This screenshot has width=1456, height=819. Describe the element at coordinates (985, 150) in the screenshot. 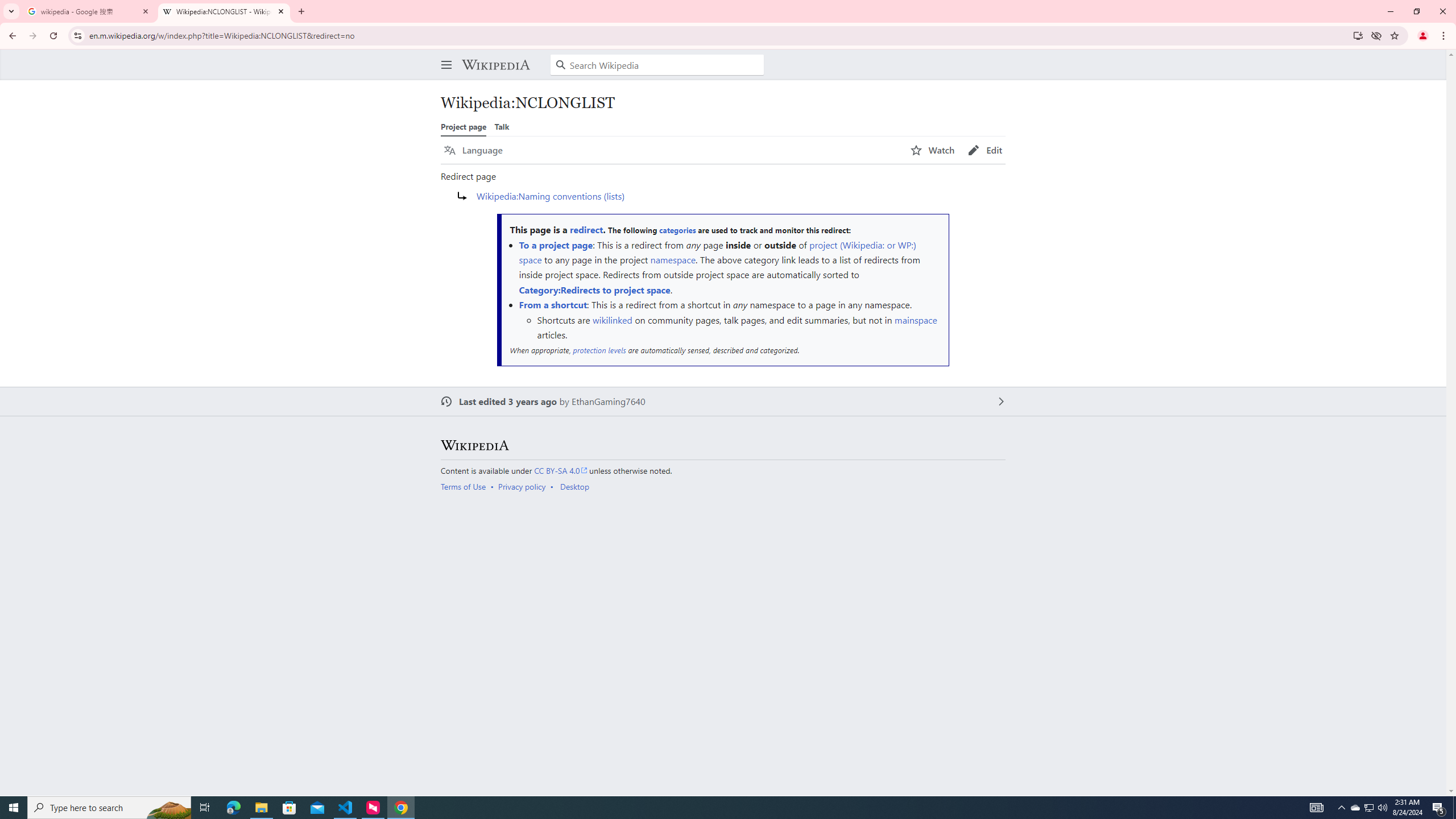

I see `'Edit'` at that location.